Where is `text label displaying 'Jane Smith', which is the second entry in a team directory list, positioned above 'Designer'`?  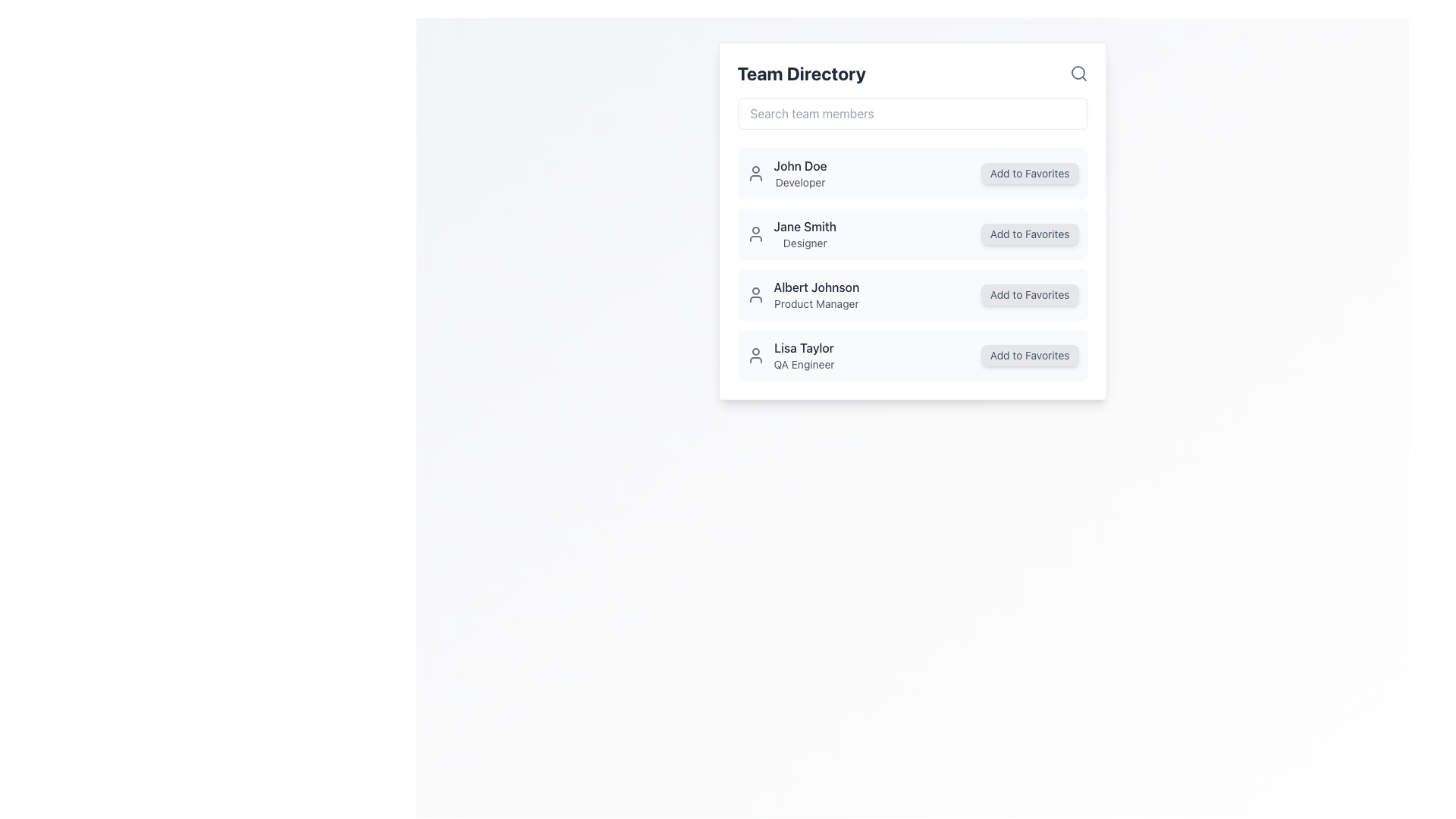
text label displaying 'Jane Smith', which is the second entry in a team directory list, positioned above 'Designer' is located at coordinates (804, 227).